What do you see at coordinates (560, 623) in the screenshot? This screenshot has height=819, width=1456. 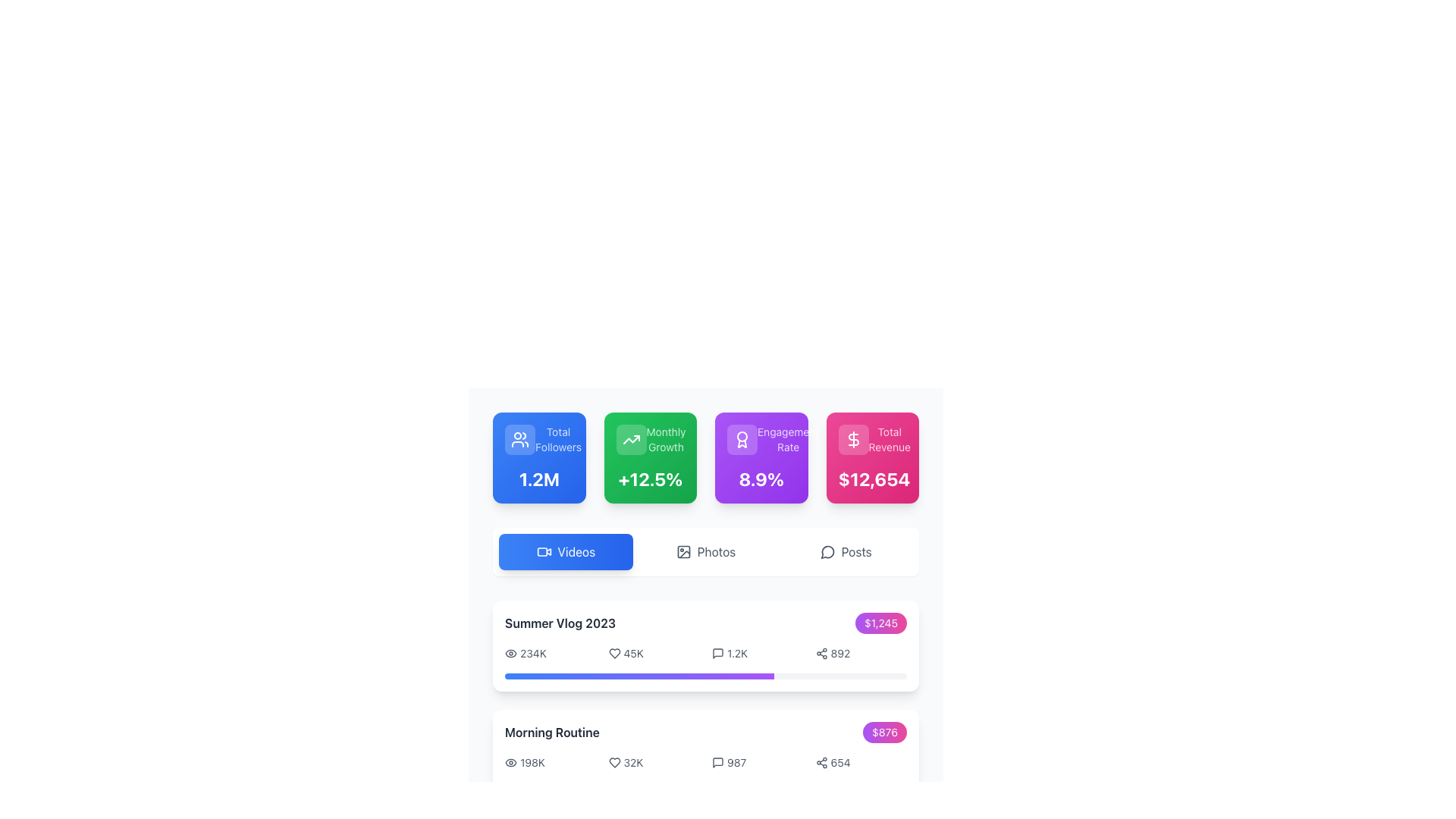 I see `the Text Label displaying 'Summer Vlog 2023', which is prominently styled in bold dark gray and located in the upper section of the second content panel` at bounding box center [560, 623].